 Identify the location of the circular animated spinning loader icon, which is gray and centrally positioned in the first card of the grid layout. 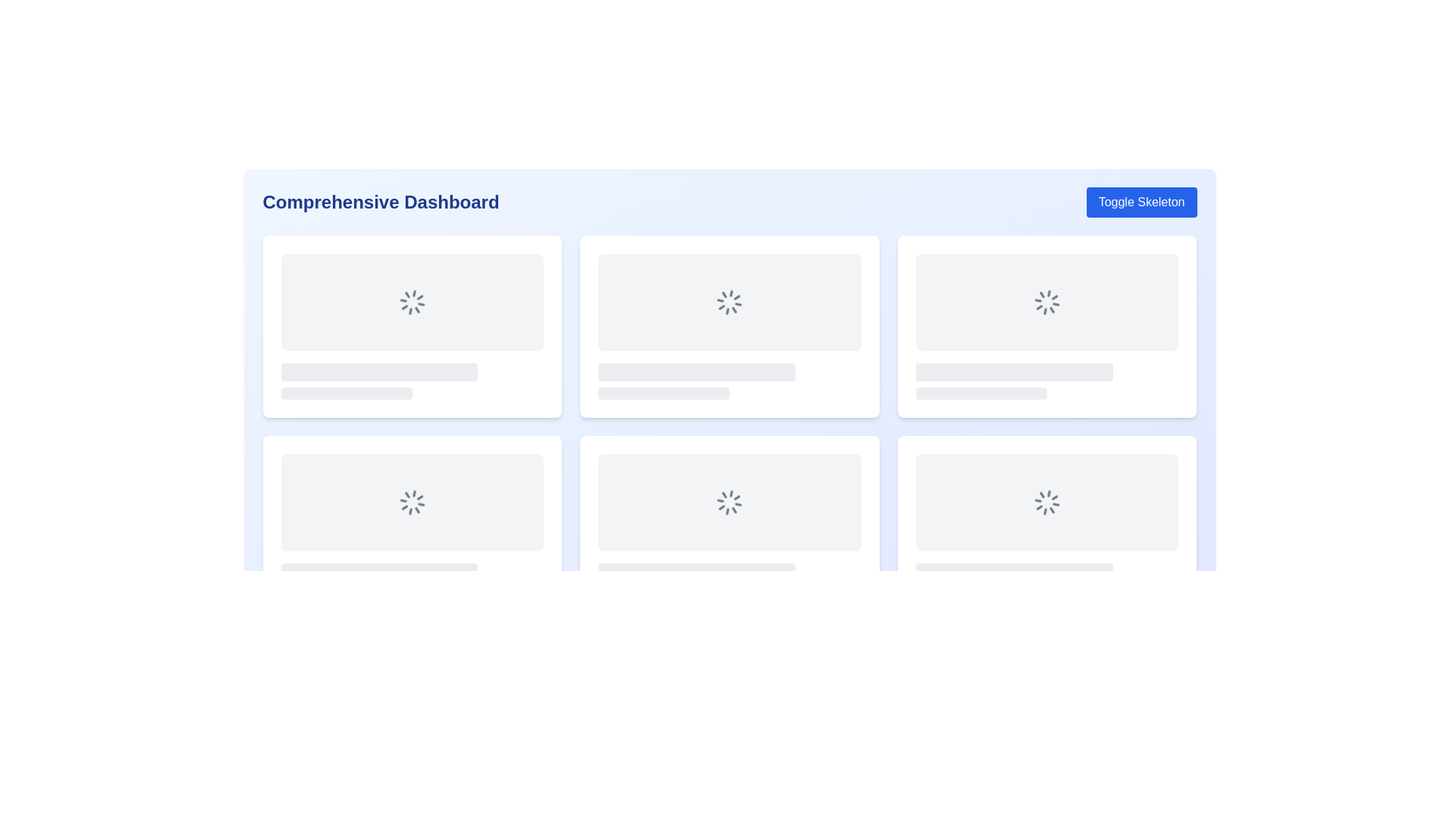
(412, 302).